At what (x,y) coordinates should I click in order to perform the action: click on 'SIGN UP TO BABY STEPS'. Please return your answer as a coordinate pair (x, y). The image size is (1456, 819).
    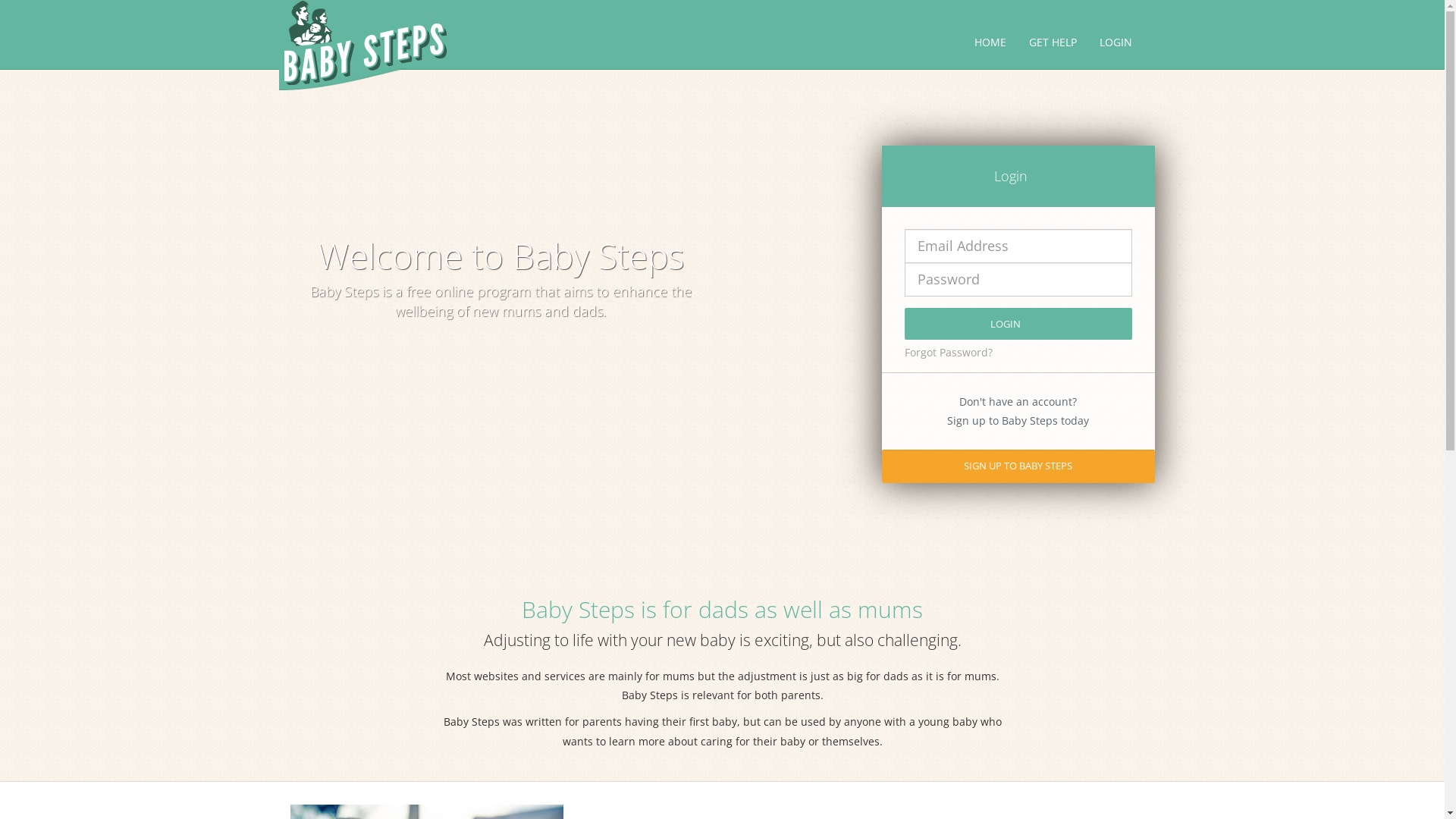
    Looking at the image, I should click on (1018, 465).